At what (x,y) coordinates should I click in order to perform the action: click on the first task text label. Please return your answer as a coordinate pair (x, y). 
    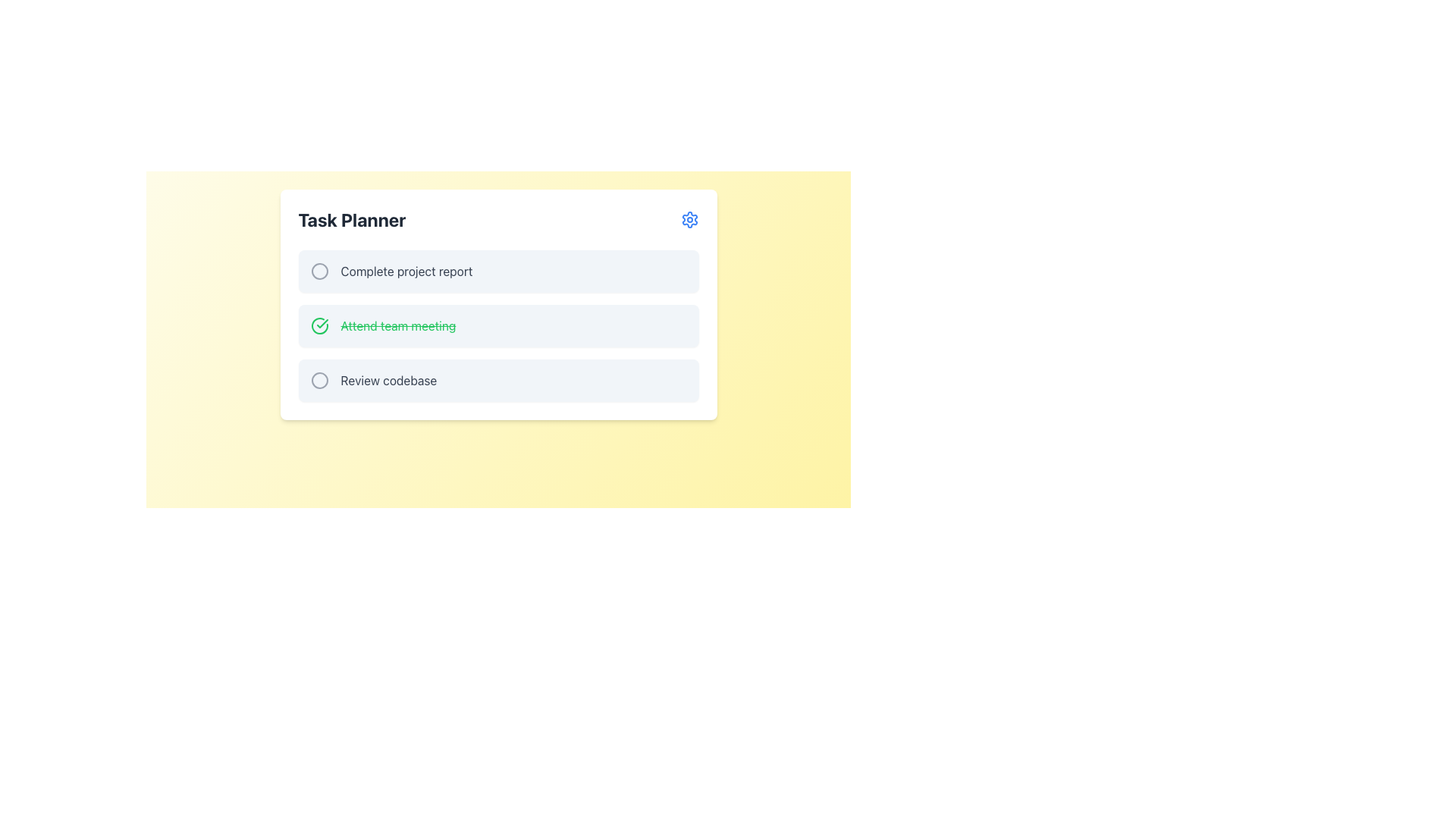
    Looking at the image, I should click on (406, 271).